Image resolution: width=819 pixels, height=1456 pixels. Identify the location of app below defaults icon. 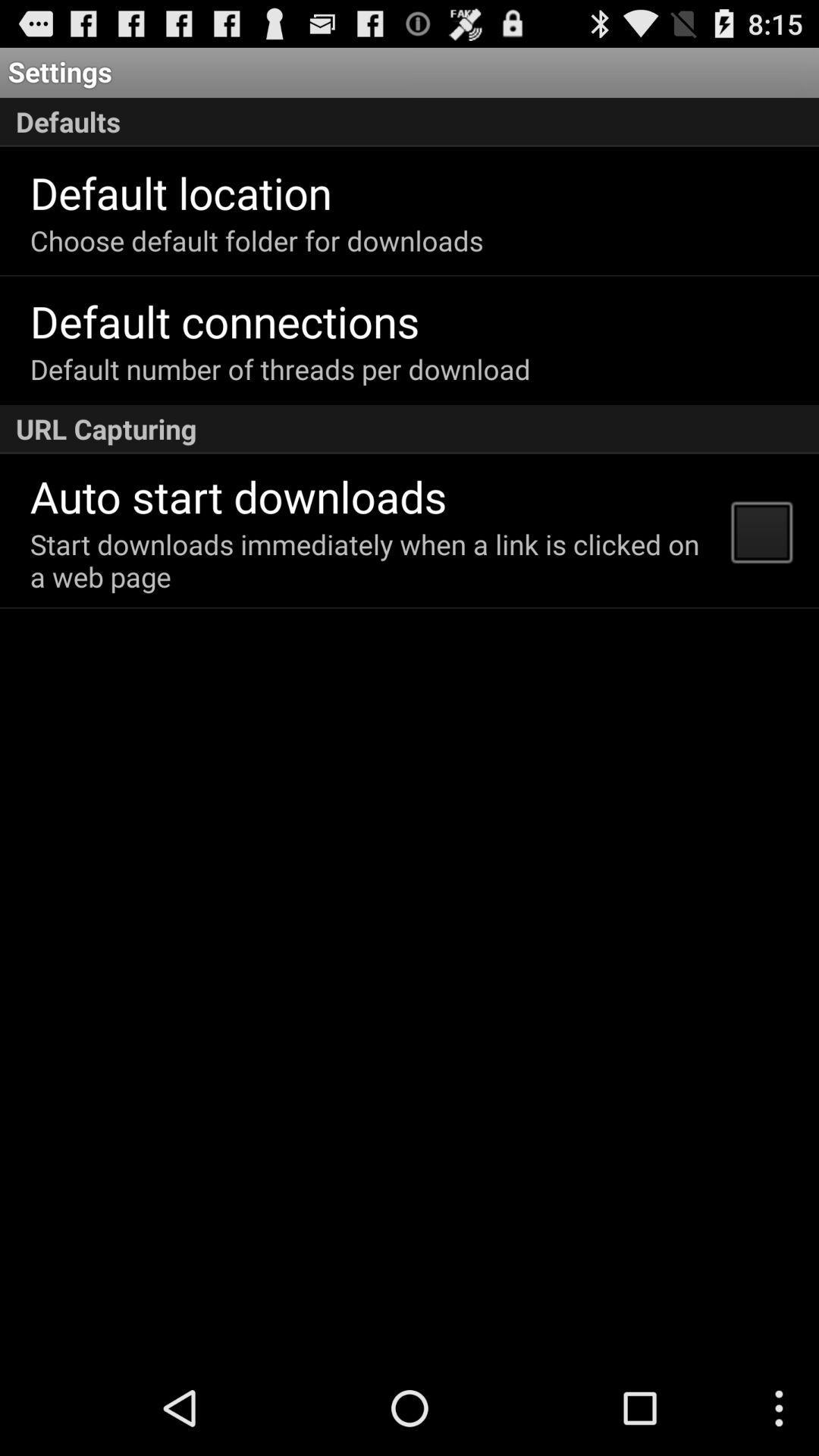
(180, 191).